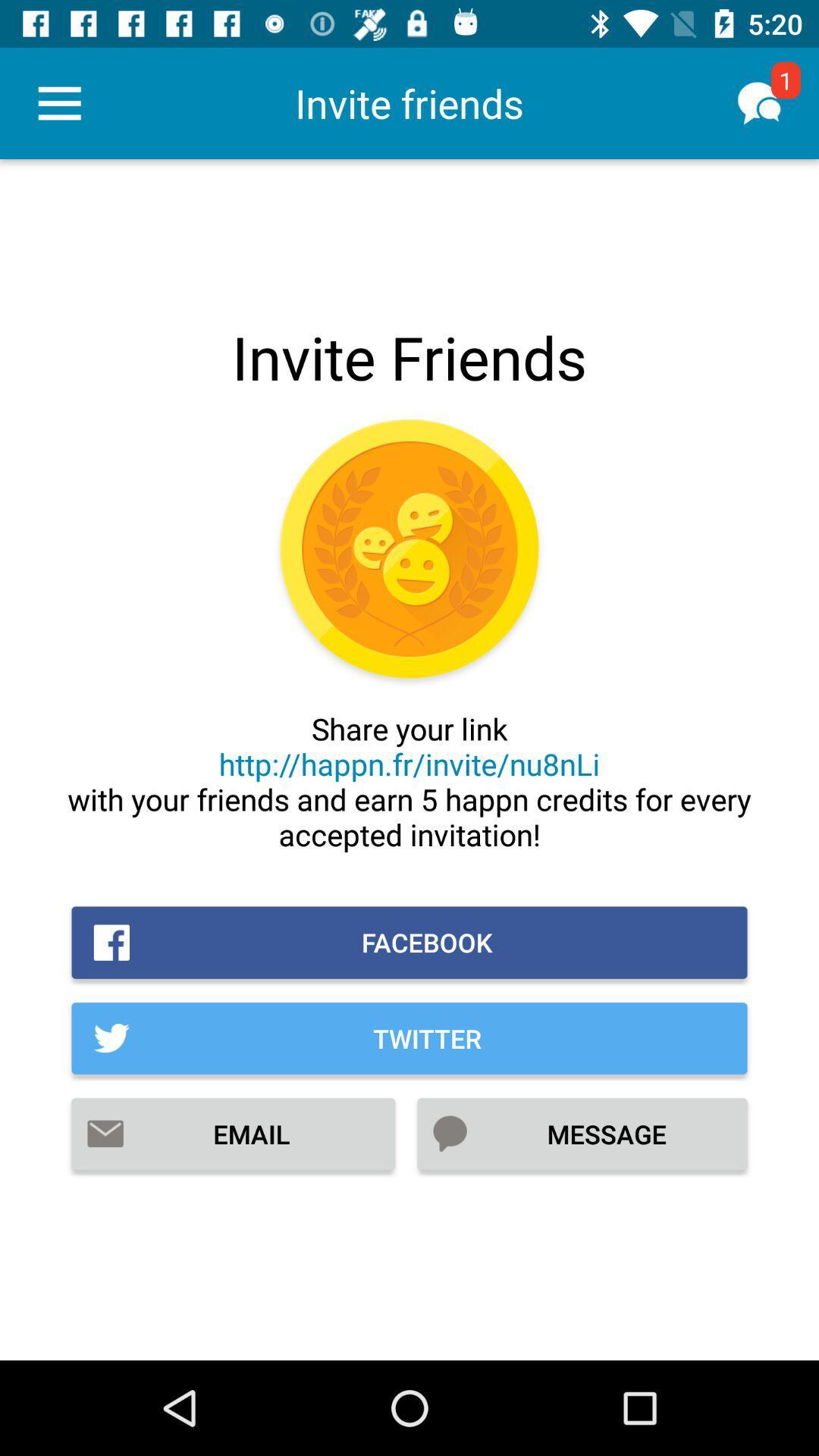 The image size is (819, 1456). I want to click on the item to the right of email item, so click(581, 1134).